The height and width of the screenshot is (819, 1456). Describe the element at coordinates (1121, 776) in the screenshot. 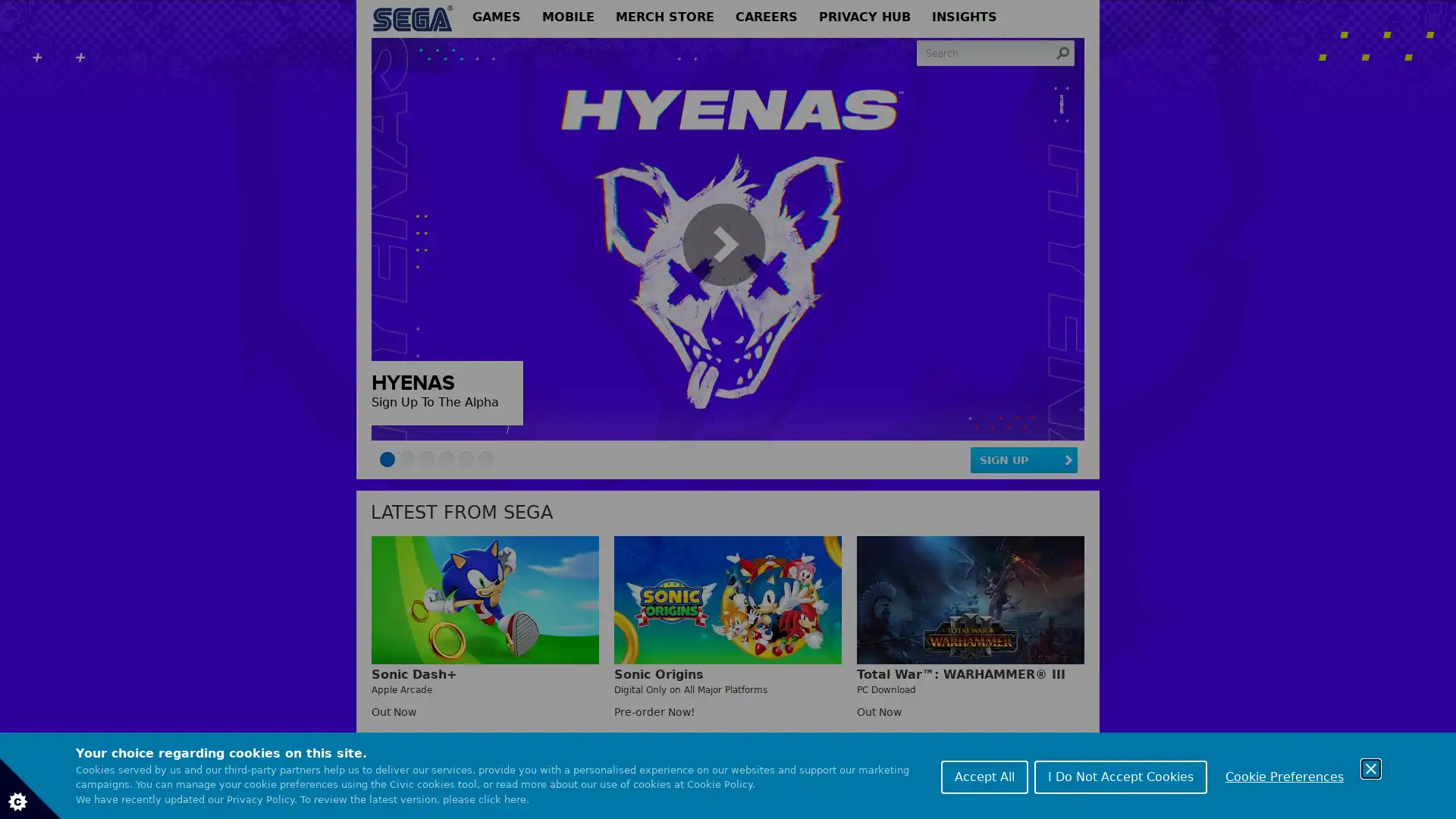

I see `I Do Not Accept Cookies` at that location.